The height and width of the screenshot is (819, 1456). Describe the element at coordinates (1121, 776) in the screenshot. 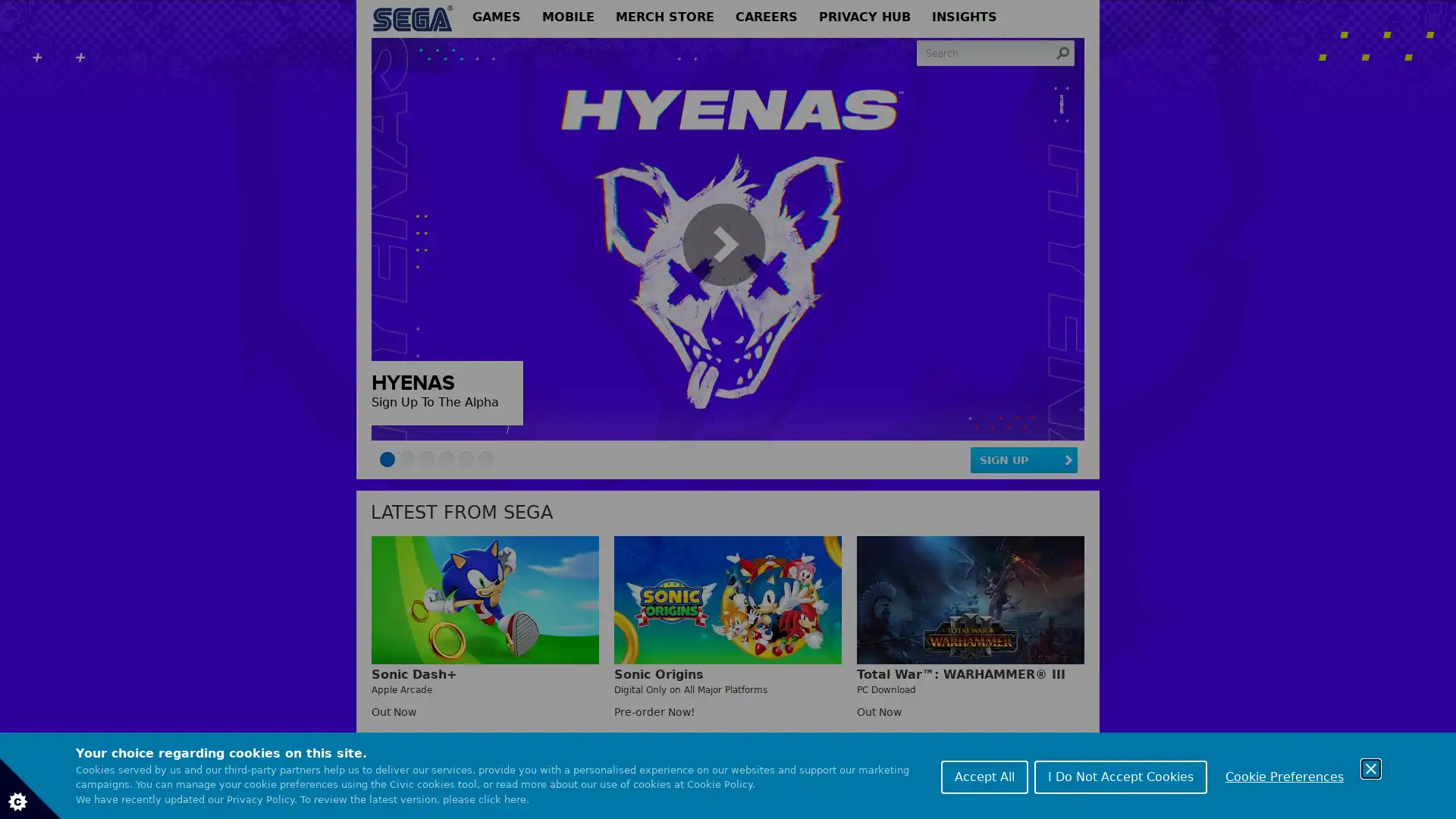

I see `I Do Not Accept Cookies` at that location.